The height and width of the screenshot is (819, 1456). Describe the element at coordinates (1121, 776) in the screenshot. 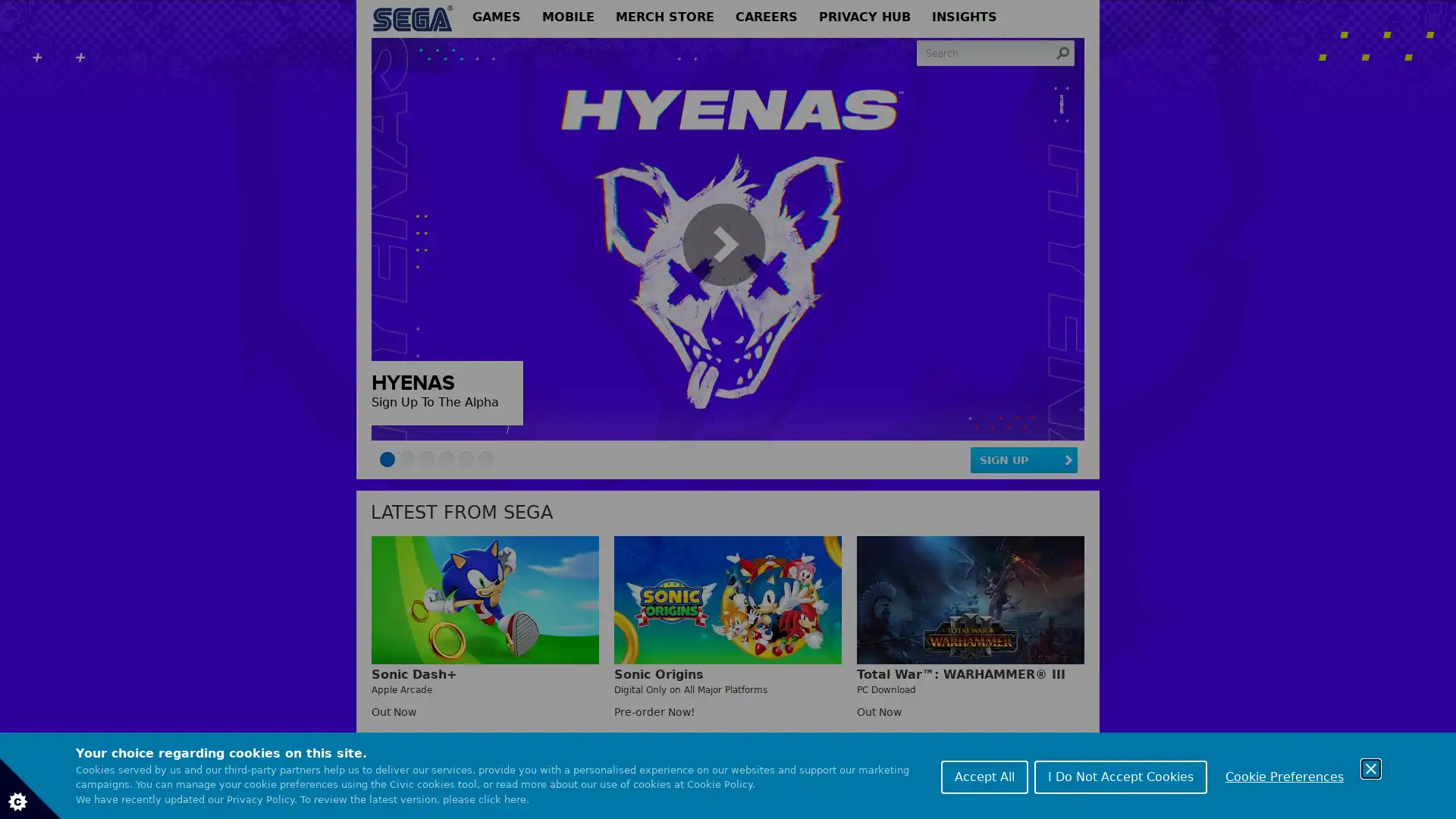

I see `I Do Not Accept Cookies` at that location.